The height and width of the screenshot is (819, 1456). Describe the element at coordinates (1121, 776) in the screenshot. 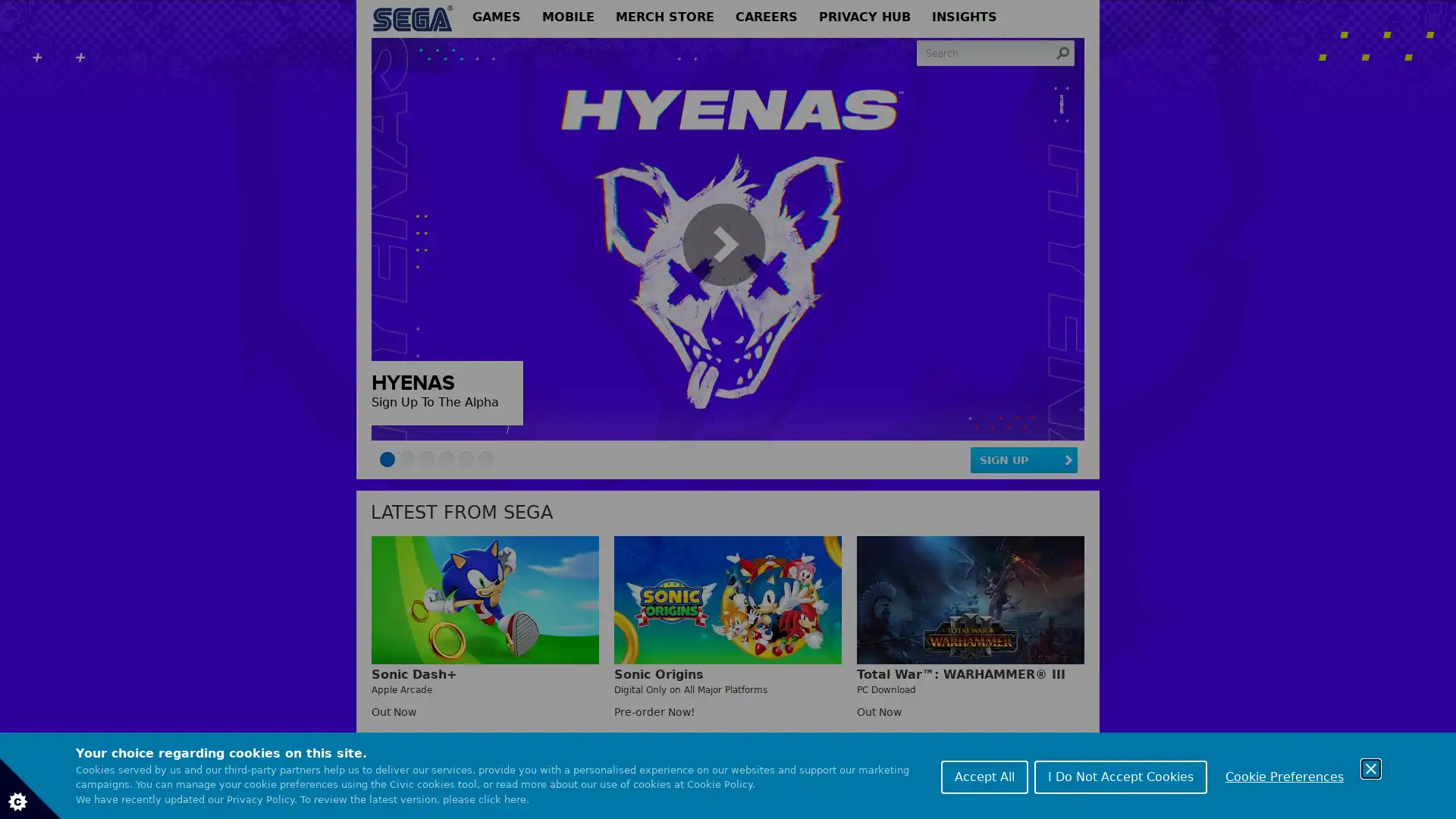

I see `I Do Not Accept Cookies` at that location.